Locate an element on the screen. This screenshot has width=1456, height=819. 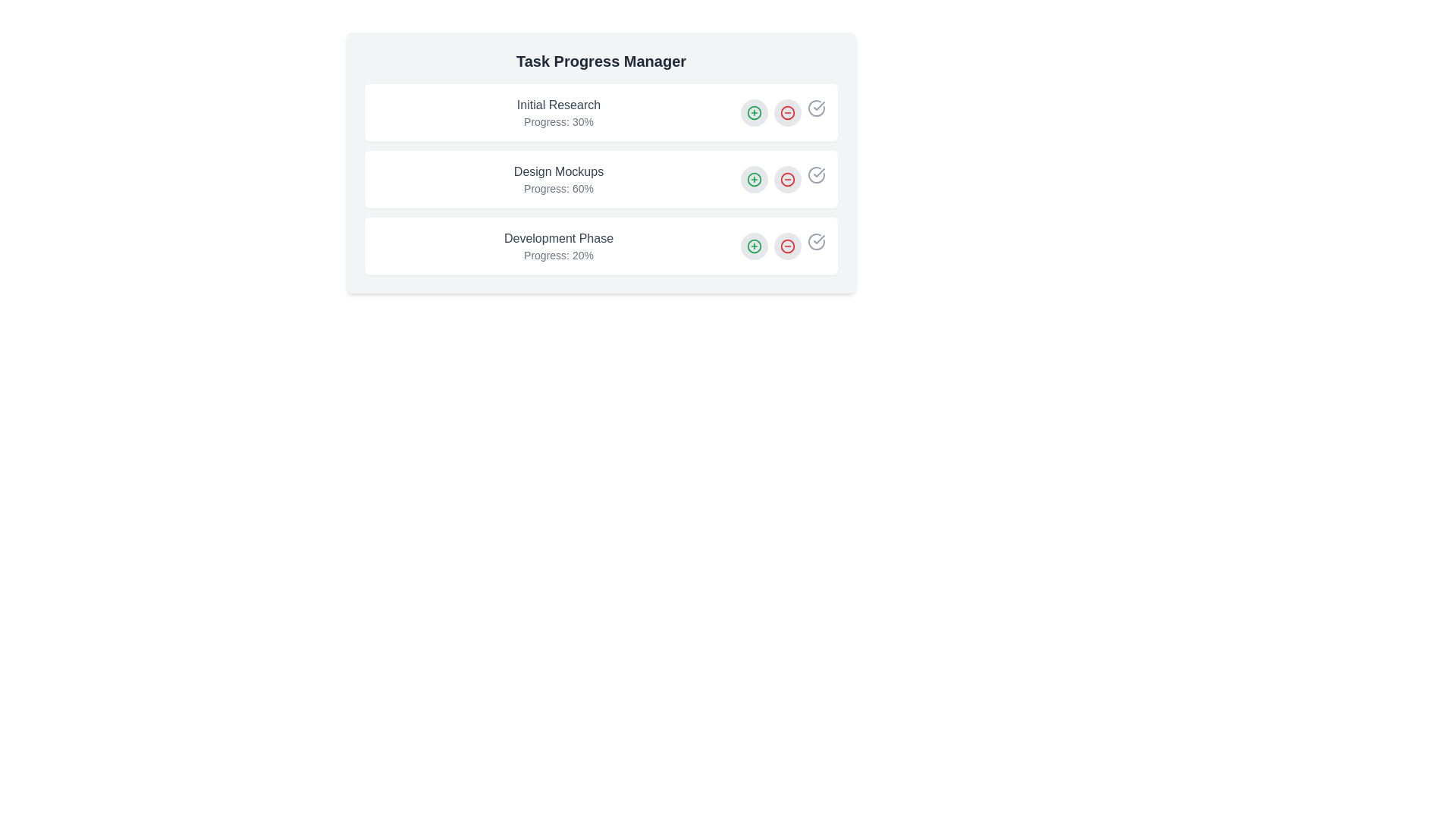
the inner circle of the '+' icon in the 'Design Mockups' task entry, which signifies an action such as adding or expanding is located at coordinates (754, 112).